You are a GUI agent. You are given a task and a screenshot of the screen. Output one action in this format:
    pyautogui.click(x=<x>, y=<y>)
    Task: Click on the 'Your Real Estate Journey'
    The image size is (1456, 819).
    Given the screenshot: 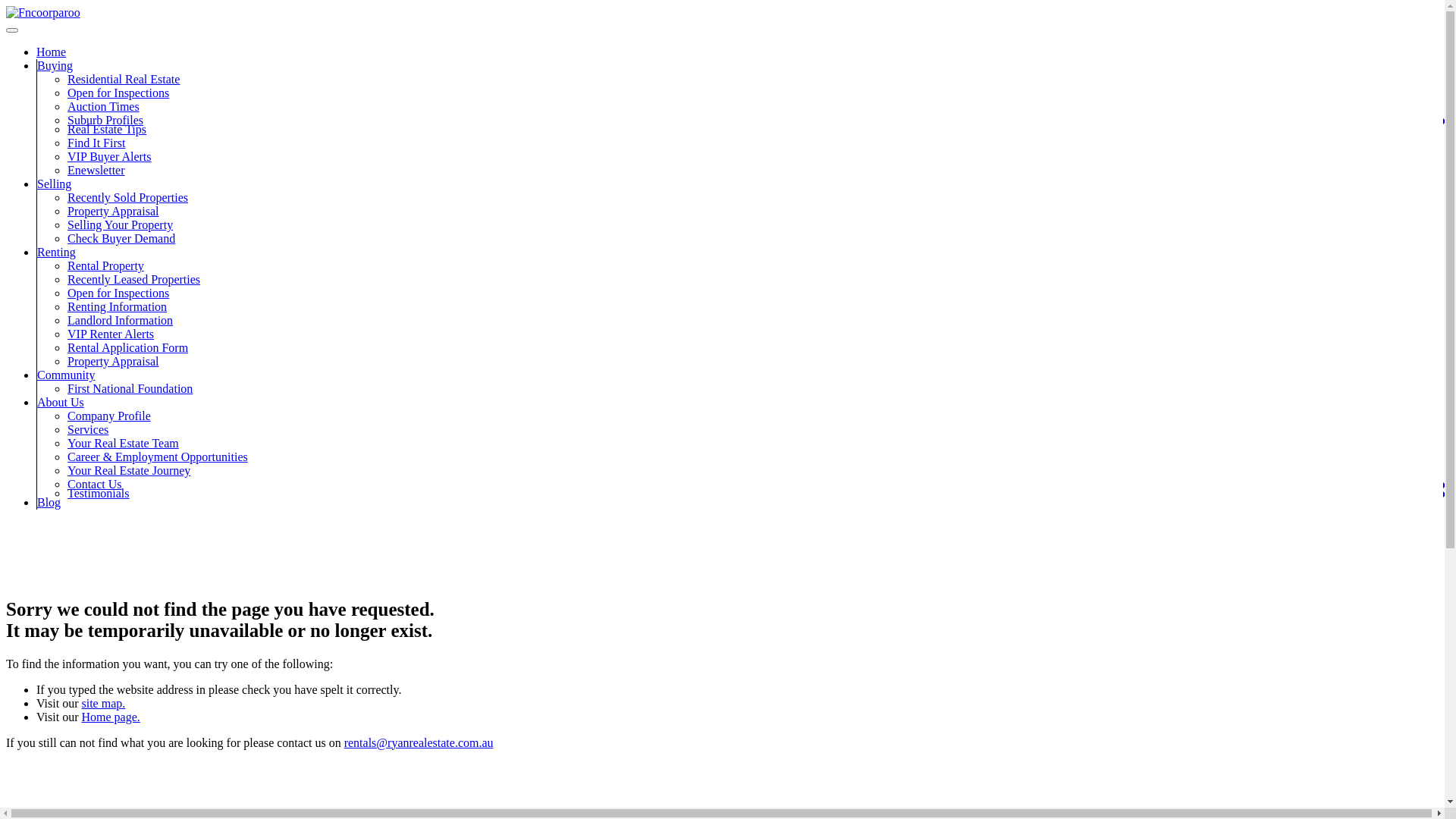 What is the action you would take?
    pyautogui.click(x=128, y=469)
    